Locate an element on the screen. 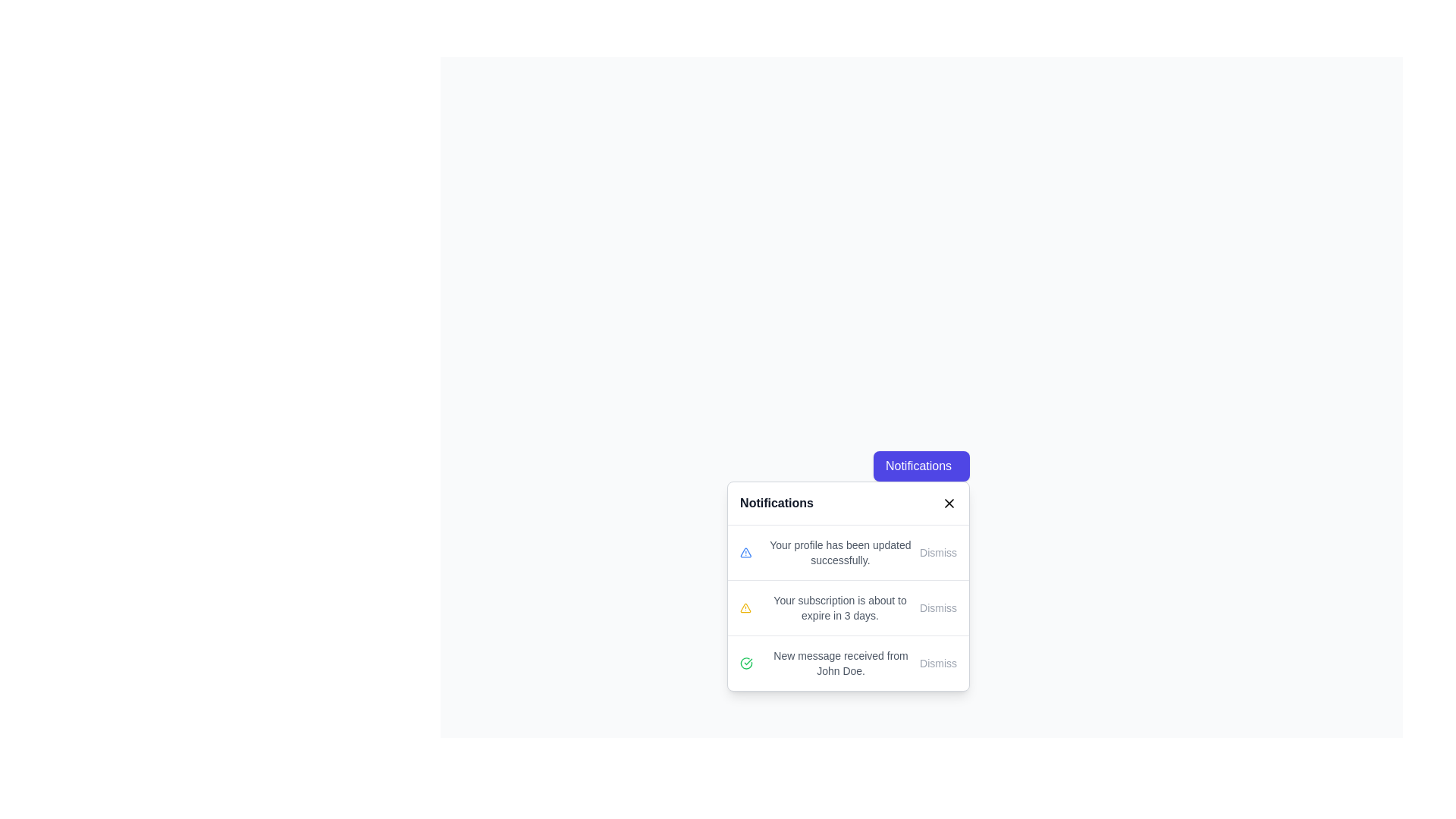 The image size is (1456, 819). the confirmation icon indicating a new message received from John Doe in the notification entry at the bottom of the modal is located at coordinates (746, 663).